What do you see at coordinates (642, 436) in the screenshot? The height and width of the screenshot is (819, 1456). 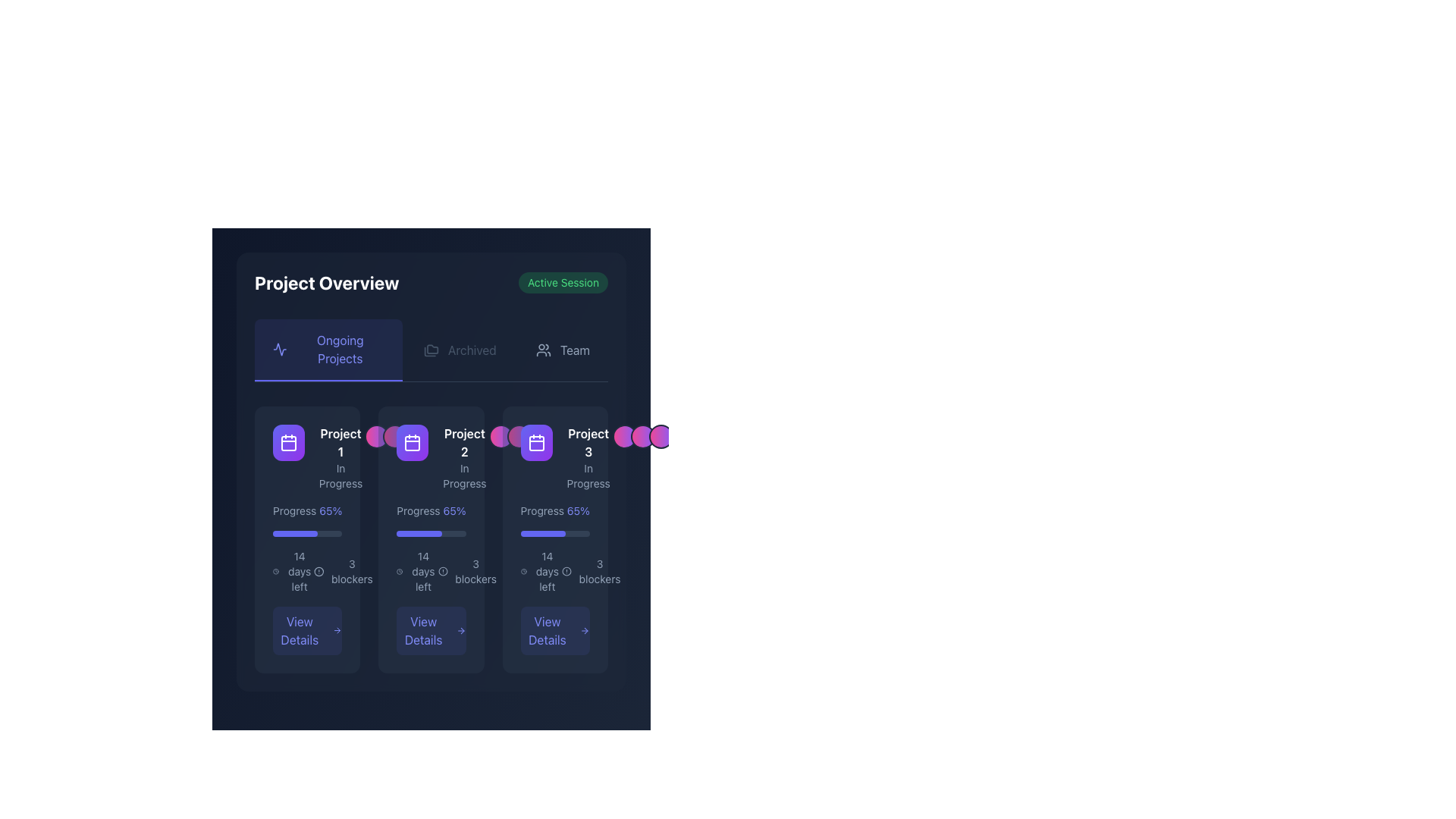 I see `the second decorative icon or badge, which is a circular component with a gradient background transitioning from pink to violet, located at the bottom right of the 'Project 3' section in the 'Project Overview' interface` at bounding box center [642, 436].